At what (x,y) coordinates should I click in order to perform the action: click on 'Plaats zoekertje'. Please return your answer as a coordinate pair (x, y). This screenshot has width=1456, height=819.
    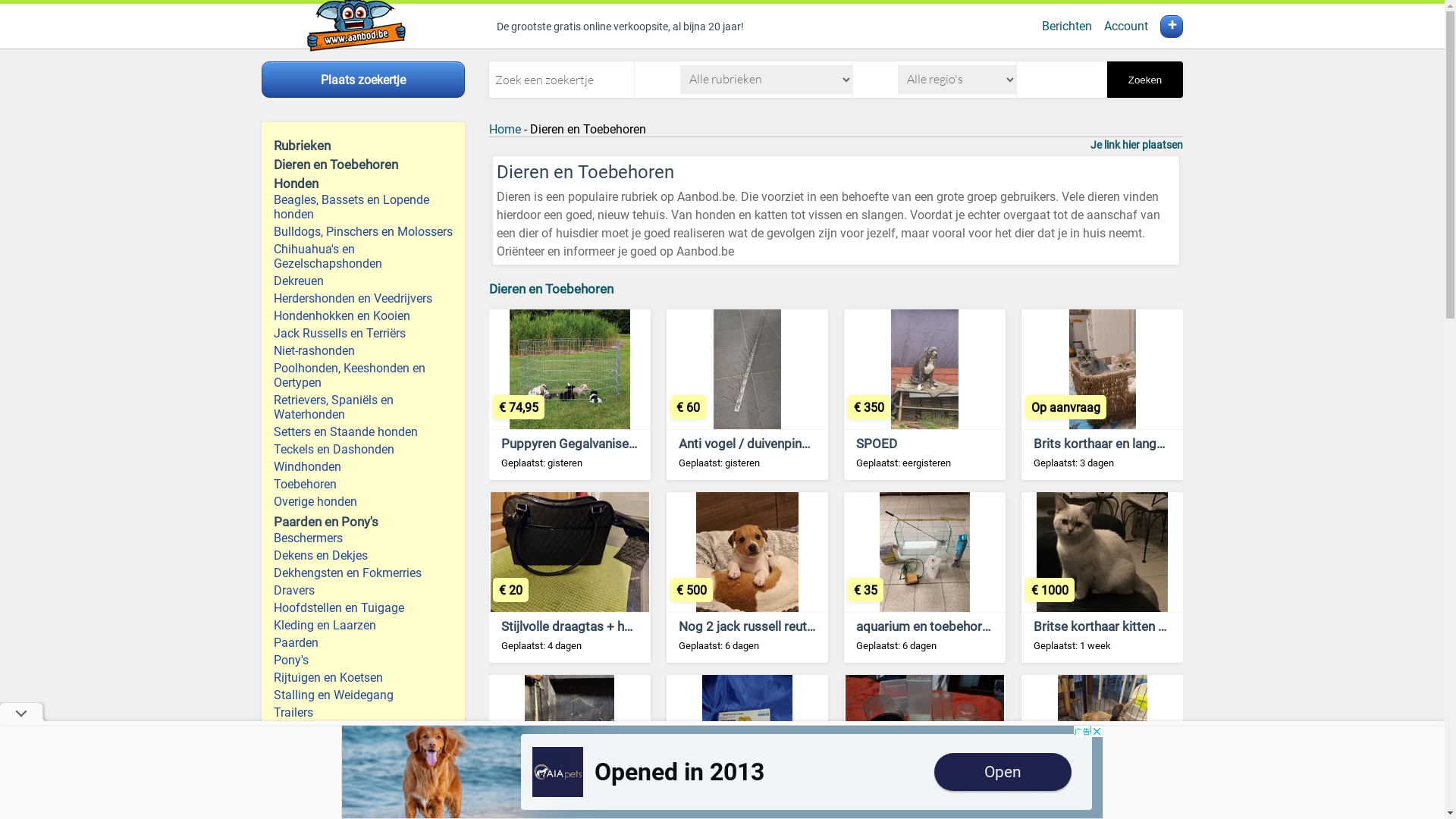
    Looking at the image, I should click on (362, 79).